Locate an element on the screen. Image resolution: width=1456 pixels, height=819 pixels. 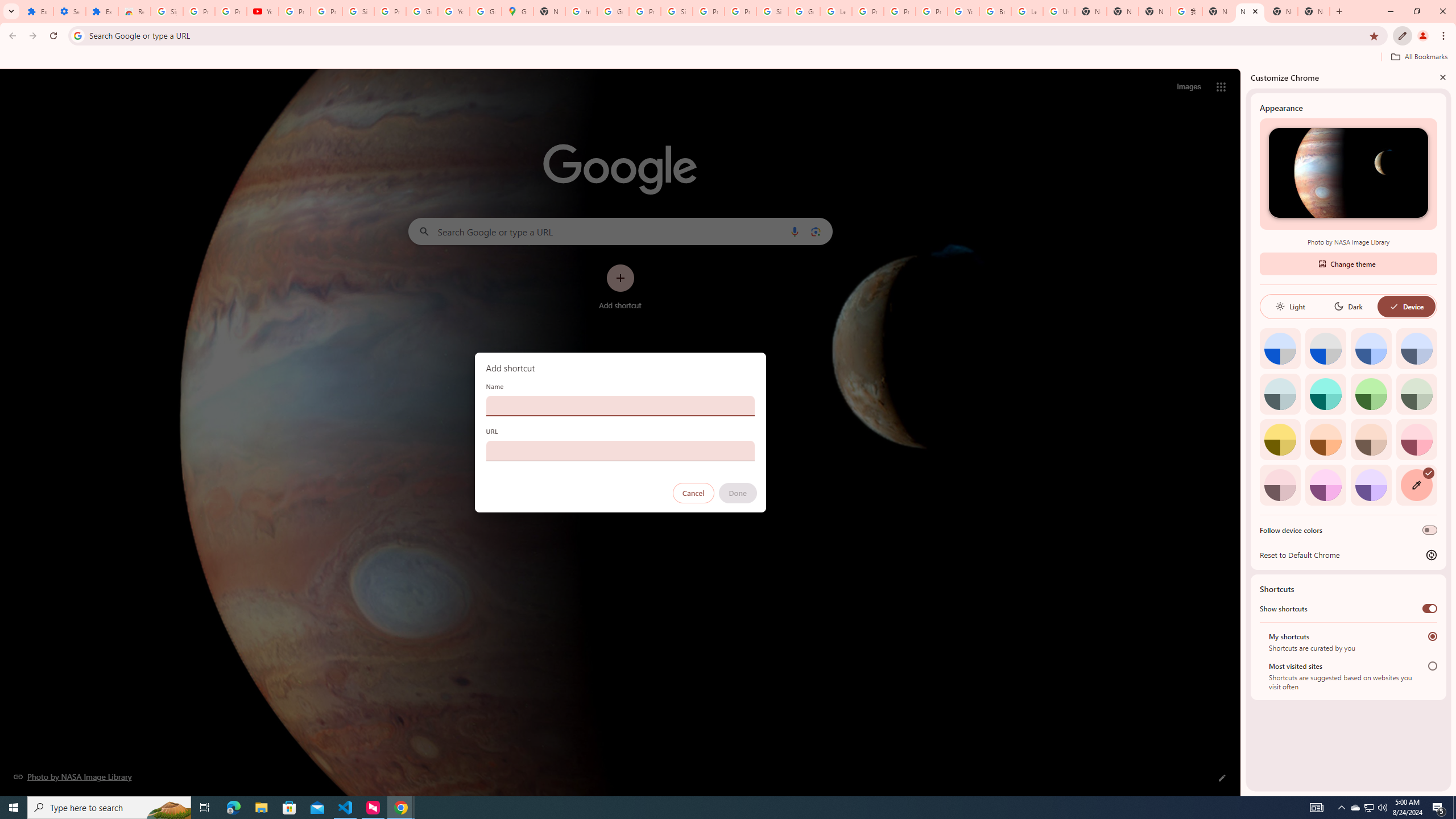
'Show shortcuts' is located at coordinates (1429, 607).